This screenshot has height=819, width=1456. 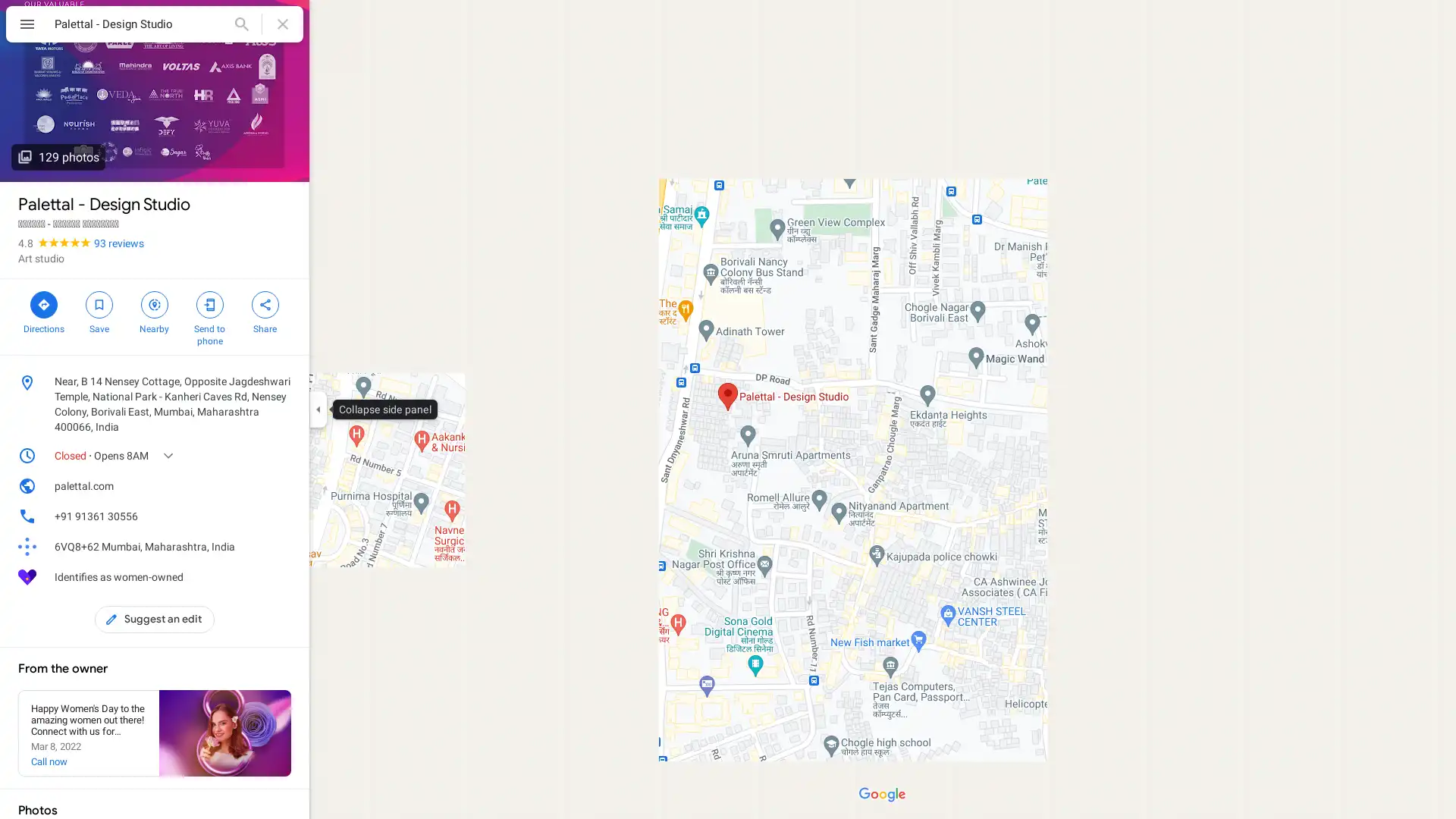 What do you see at coordinates (317, 409) in the screenshot?
I see `Collapse side panel` at bounding box center [317, 409].